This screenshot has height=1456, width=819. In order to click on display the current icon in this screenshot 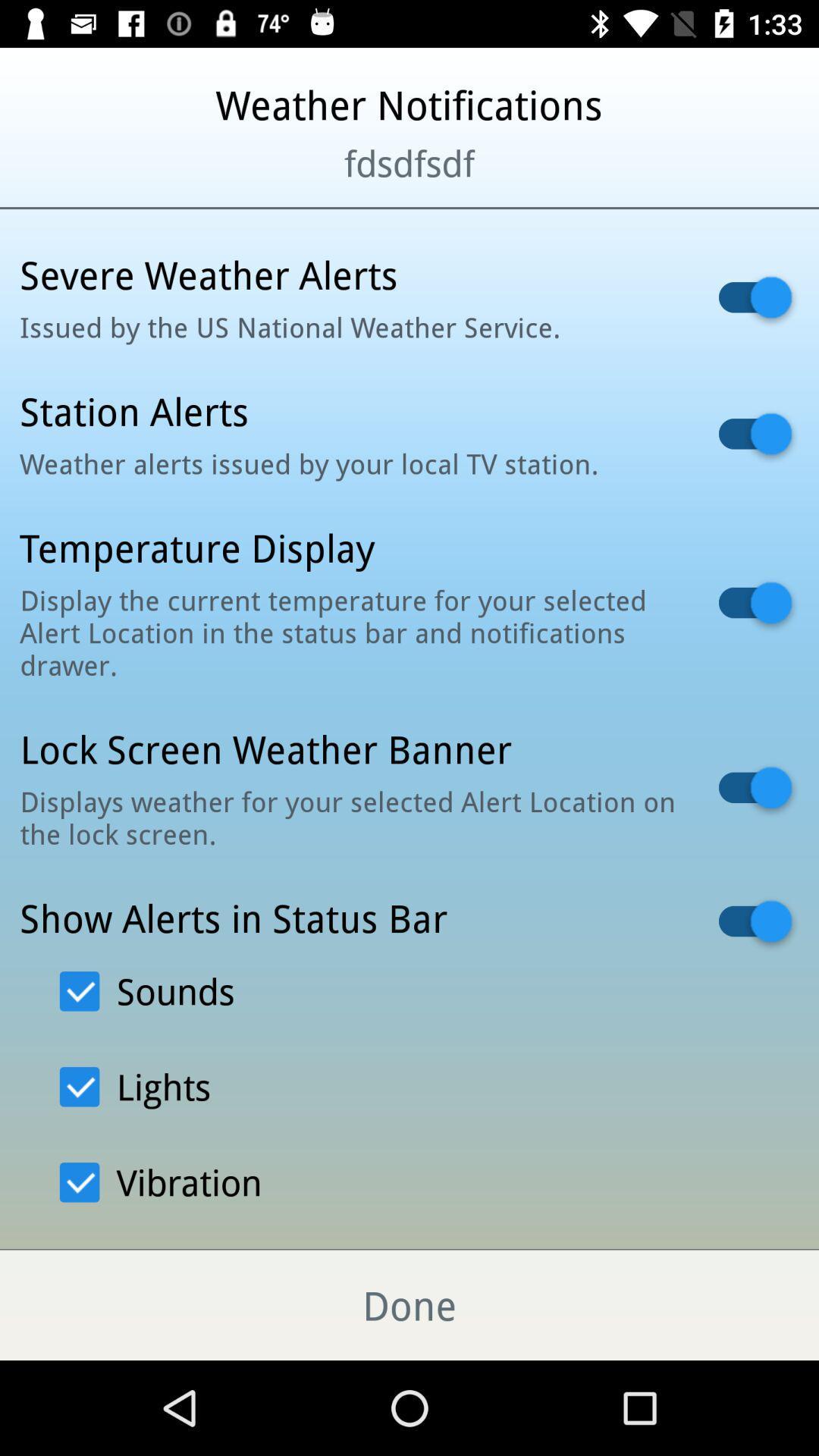, I will do `click(350, 632)`.